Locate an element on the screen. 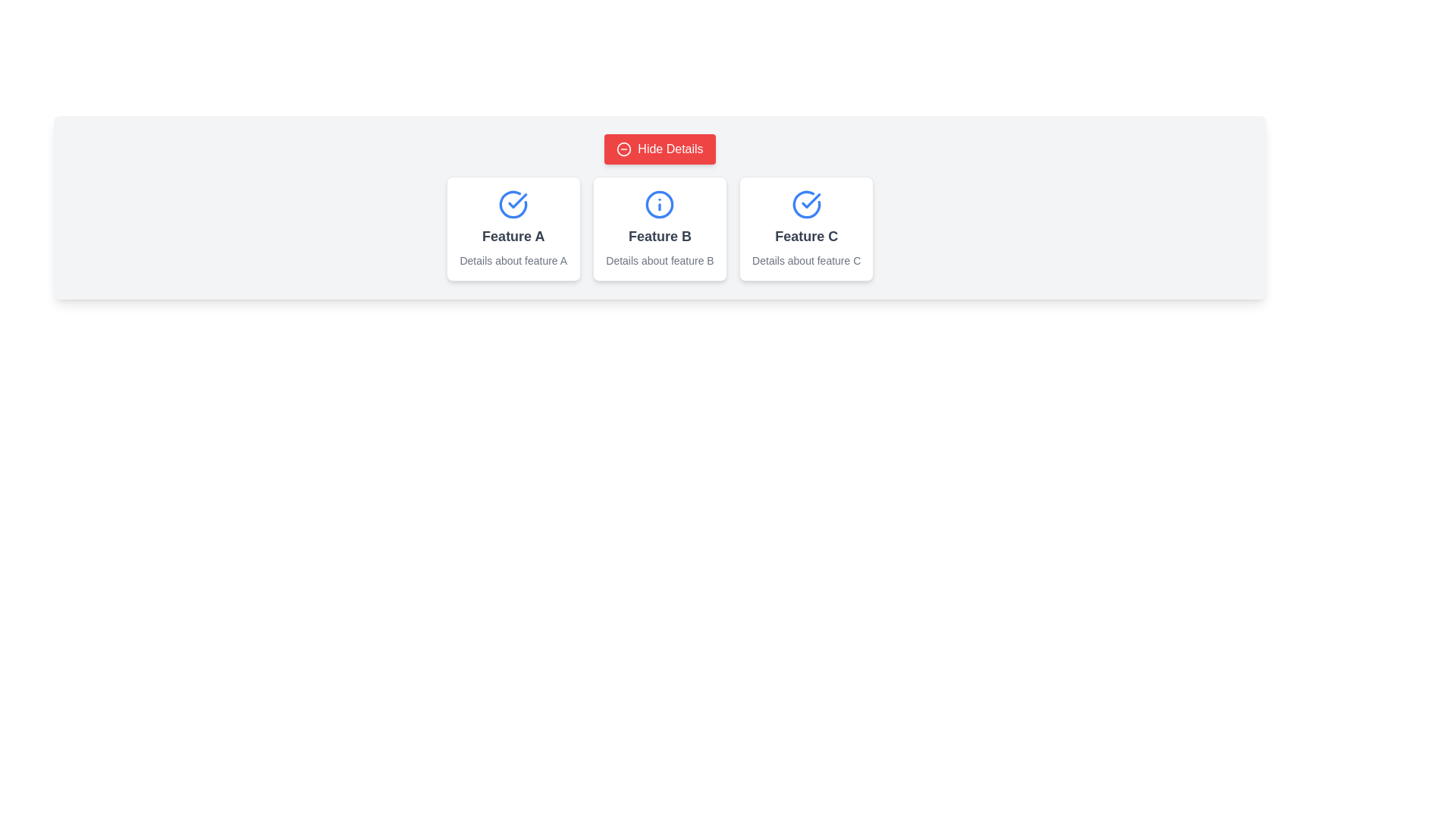  the second card component labeled 'Feature B' in the grid layout is located at coordinates (660, 228).